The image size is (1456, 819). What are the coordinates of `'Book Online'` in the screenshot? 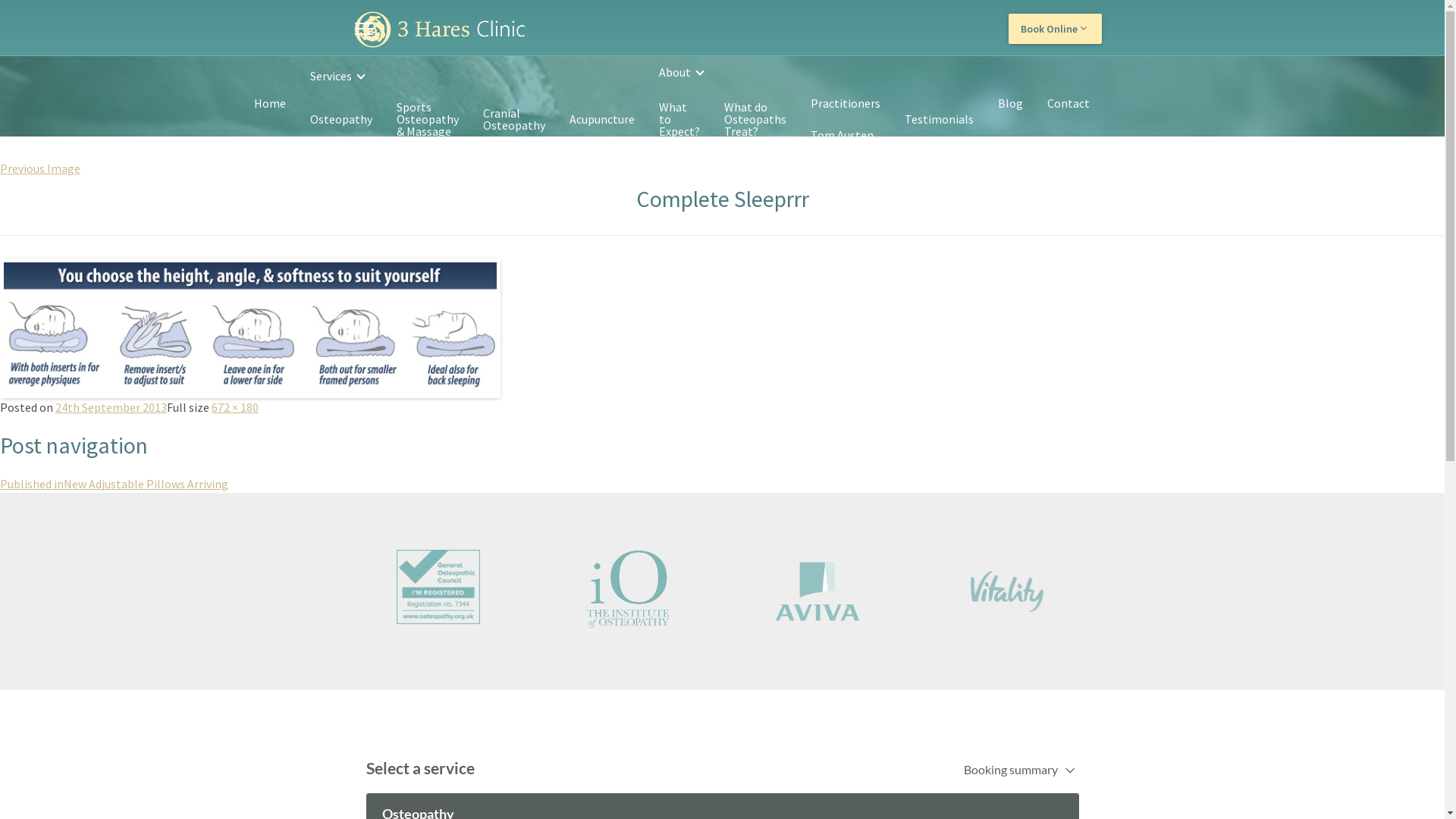 It's located at (1054, 29).